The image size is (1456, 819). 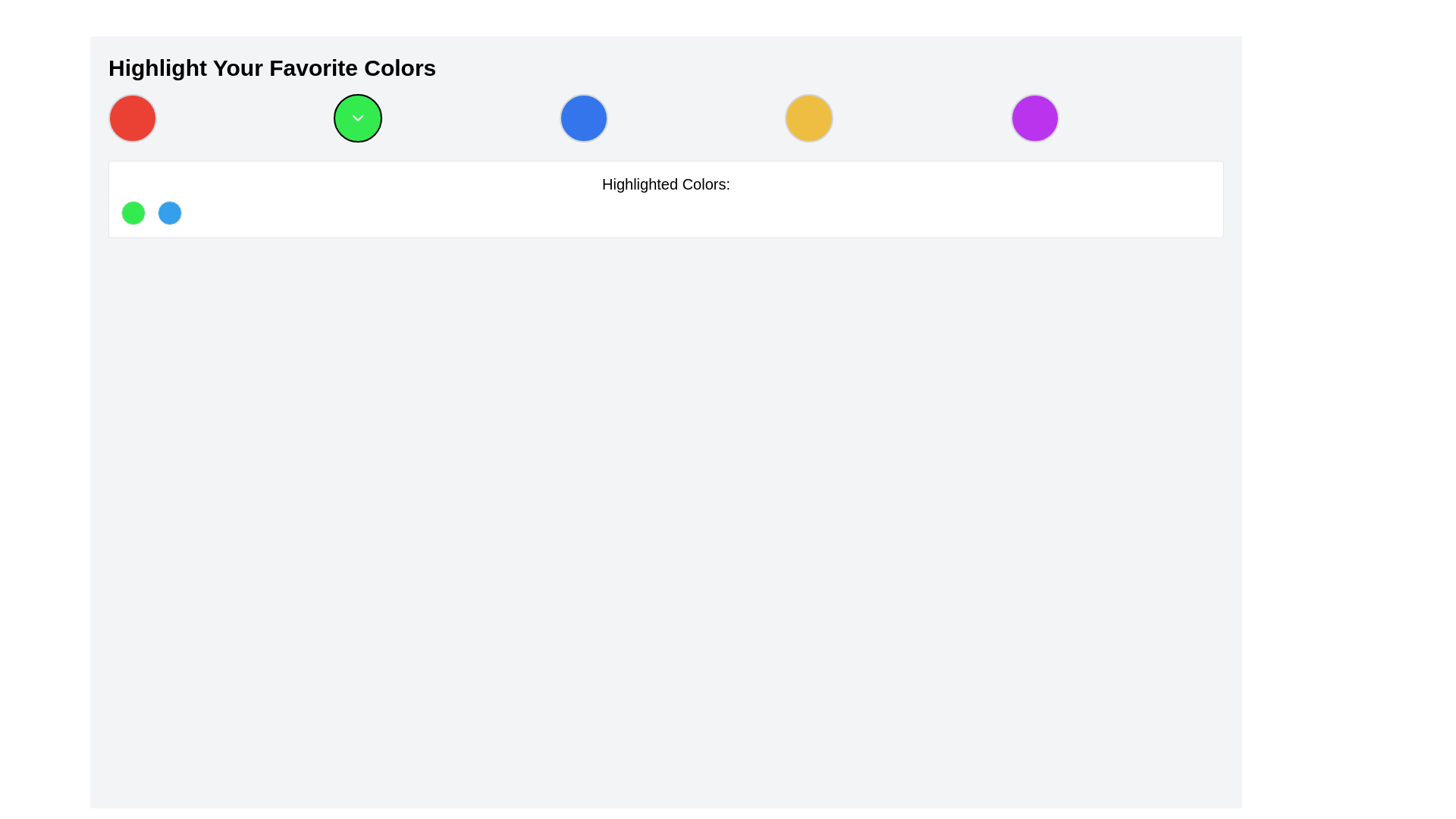 What do you see at coordinates (133, 213) in the screenshot?
I see `the Circle Button, which is a green circular button located below the heading 'Highlight Your Favorite Colors'` at bounding box center [133, 213].